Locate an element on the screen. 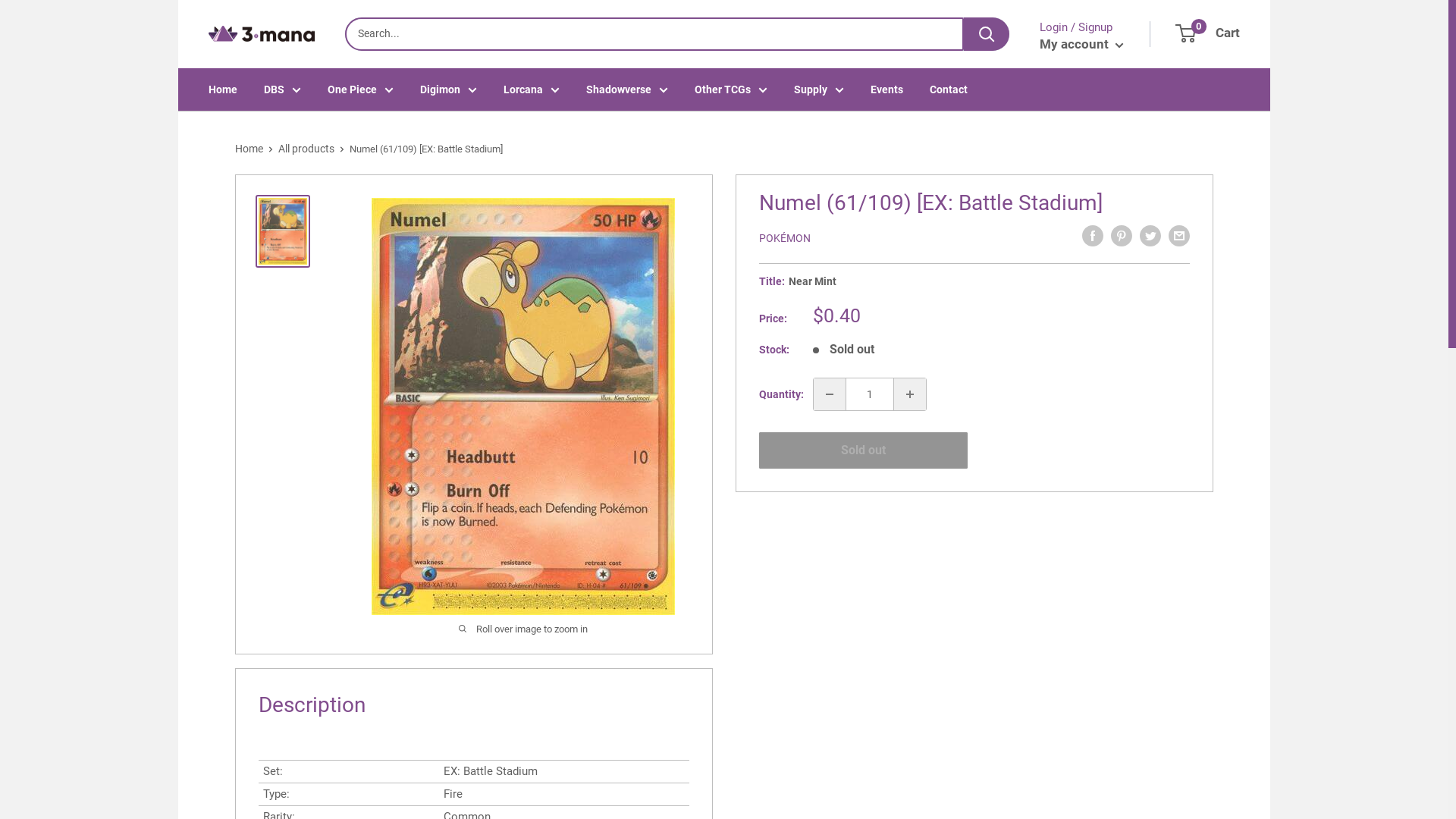 The image size is (1456, 819). 'Home' is located at coordinates (249, 149).